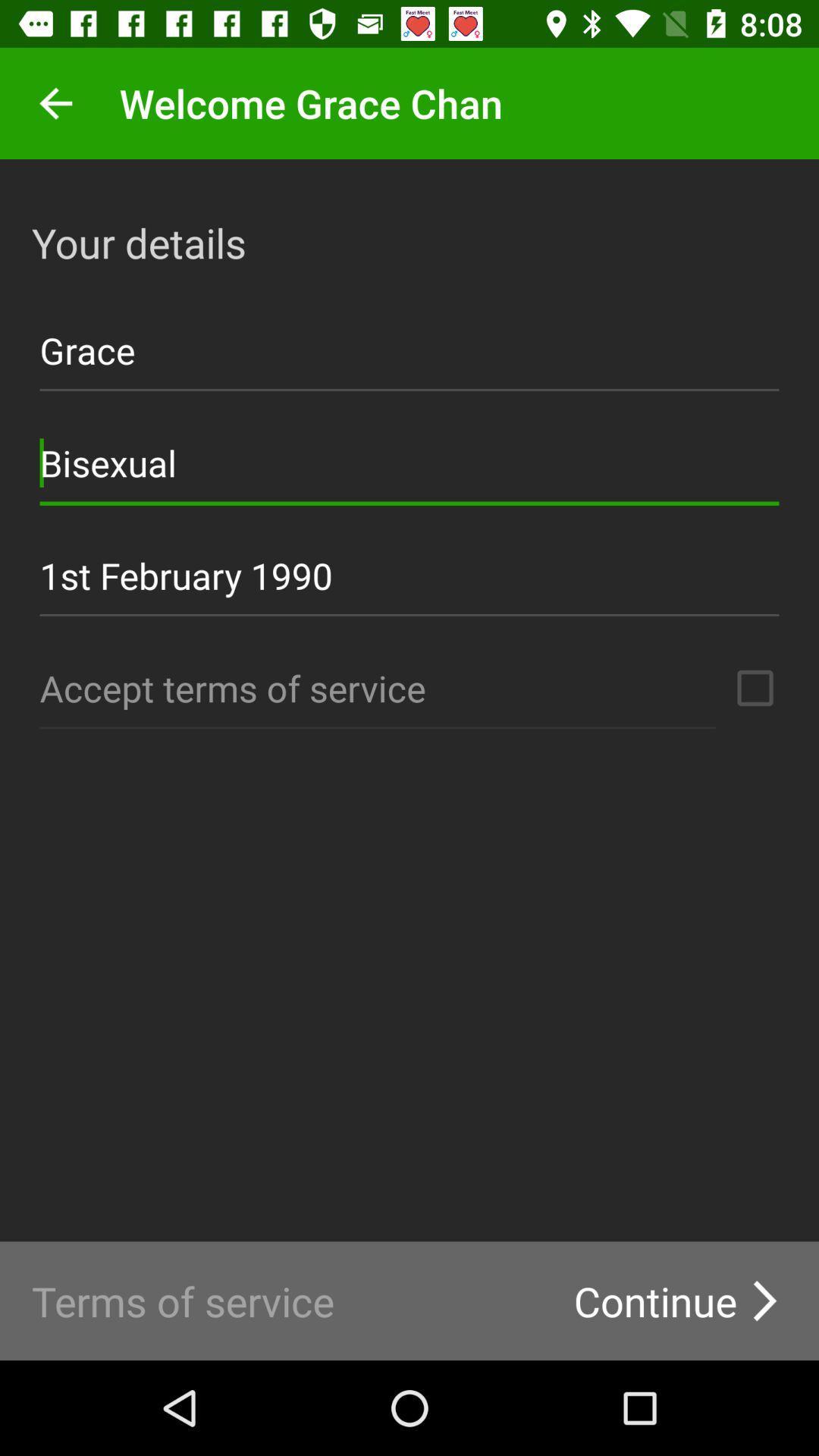 The width and height of the screenshot is (819, 1456). What do you see at coordinates (755, 687) in the screenshot?
I see `check mark` at bounding box center [755, 687].